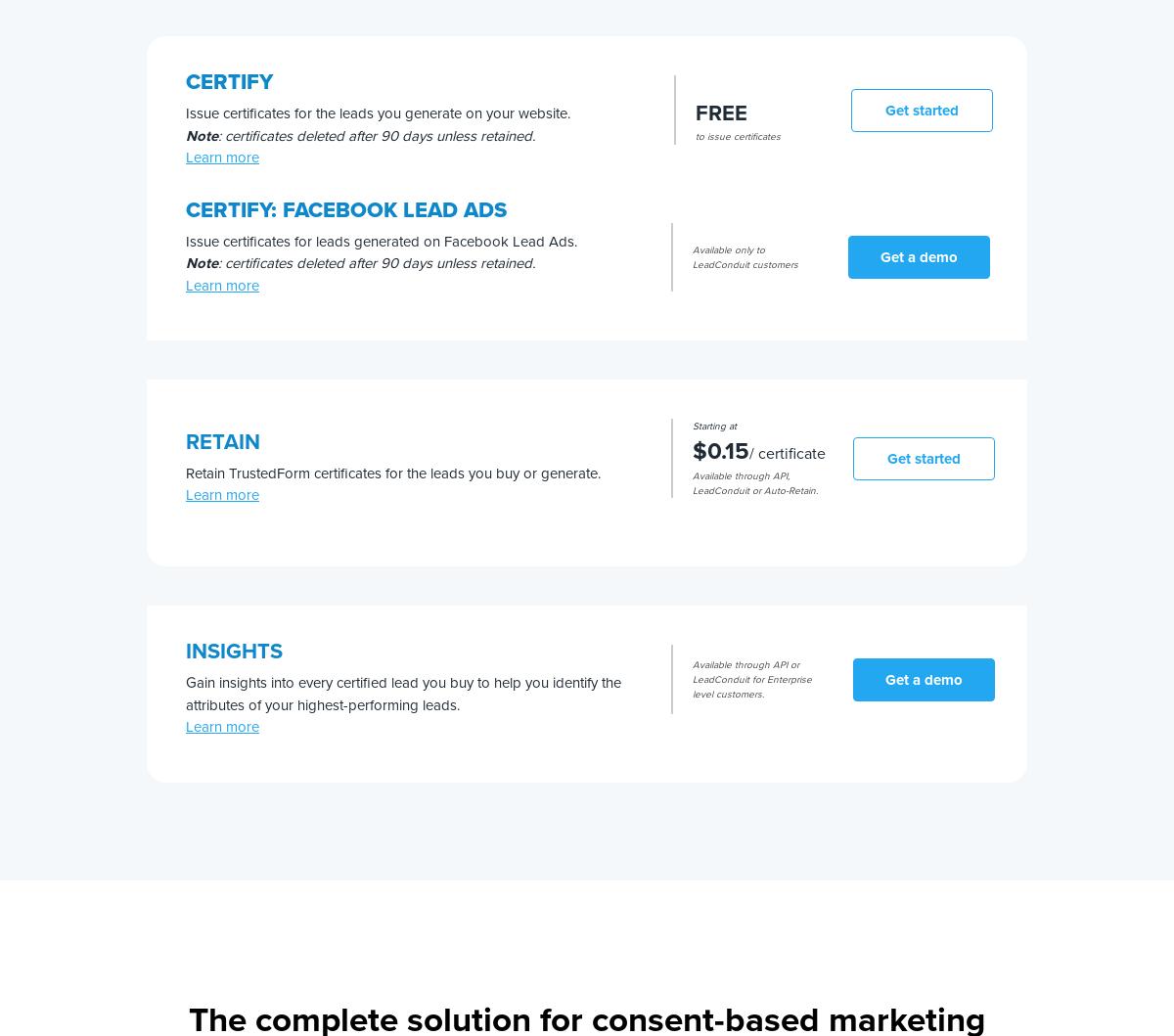  I want to click on 'Starting at', so click(714, 425).